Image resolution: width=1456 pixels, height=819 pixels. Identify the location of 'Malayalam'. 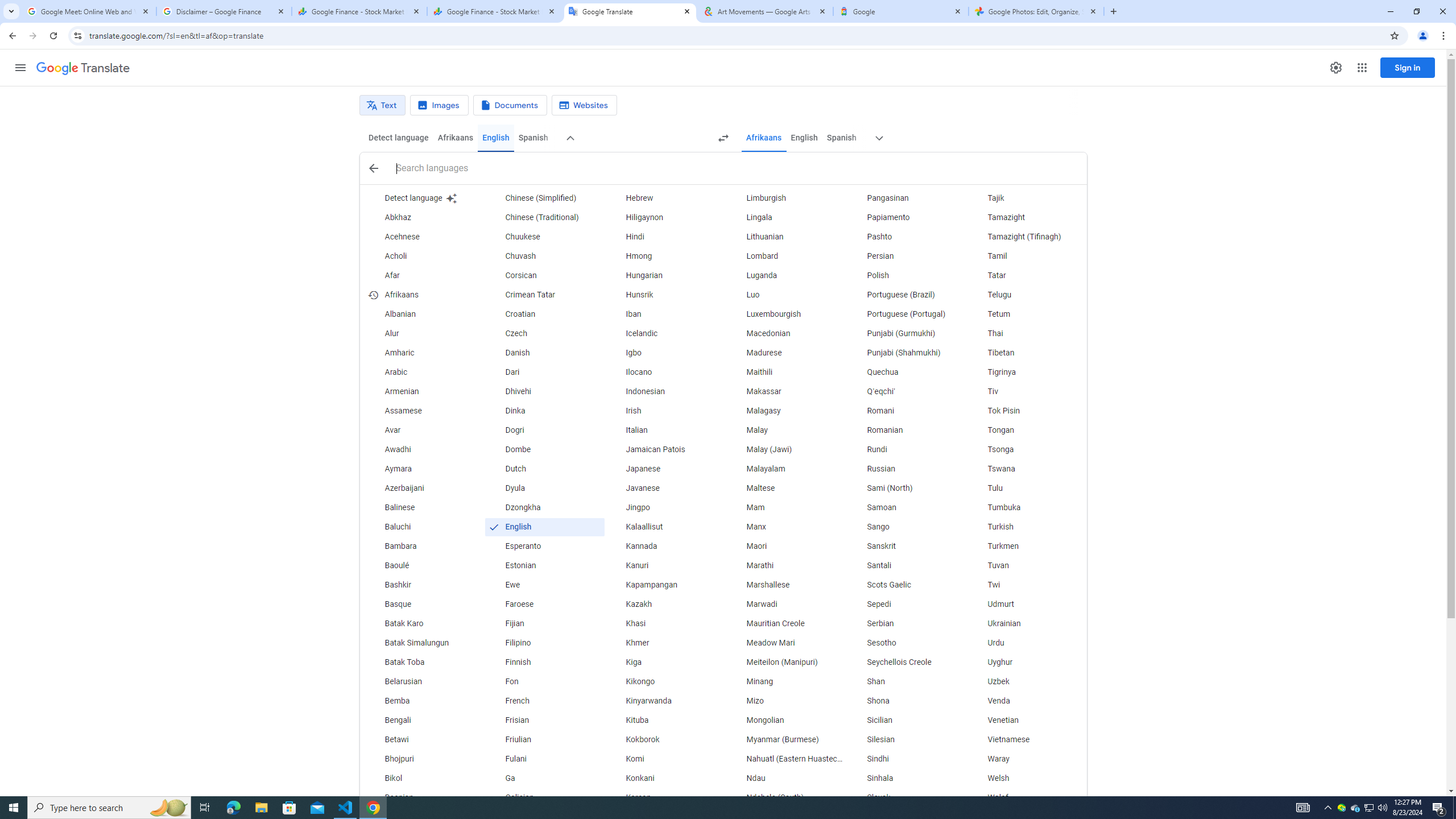
(785, 469).